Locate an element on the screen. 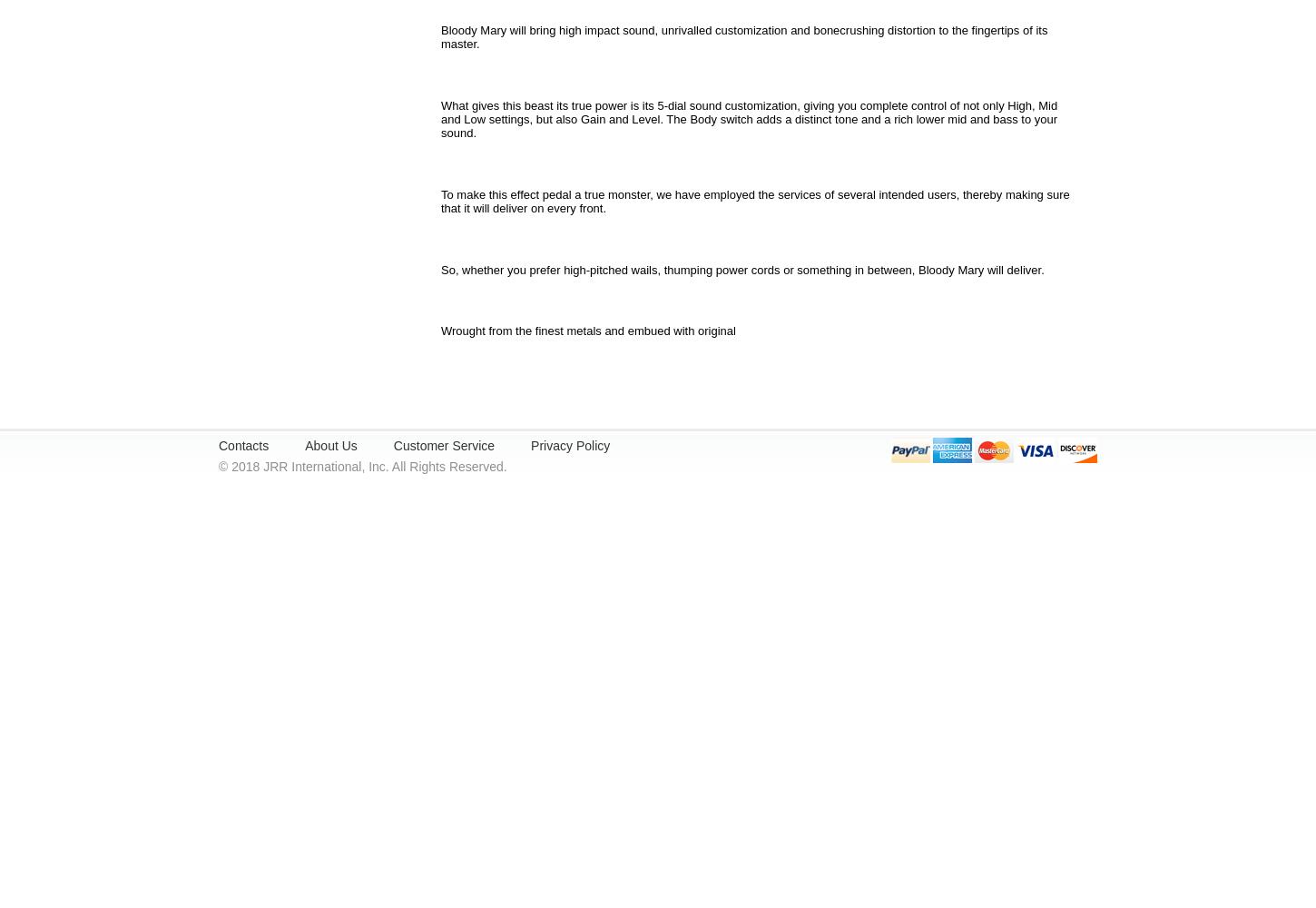  'Privacy Policy' is located at coordinates (569, 445).